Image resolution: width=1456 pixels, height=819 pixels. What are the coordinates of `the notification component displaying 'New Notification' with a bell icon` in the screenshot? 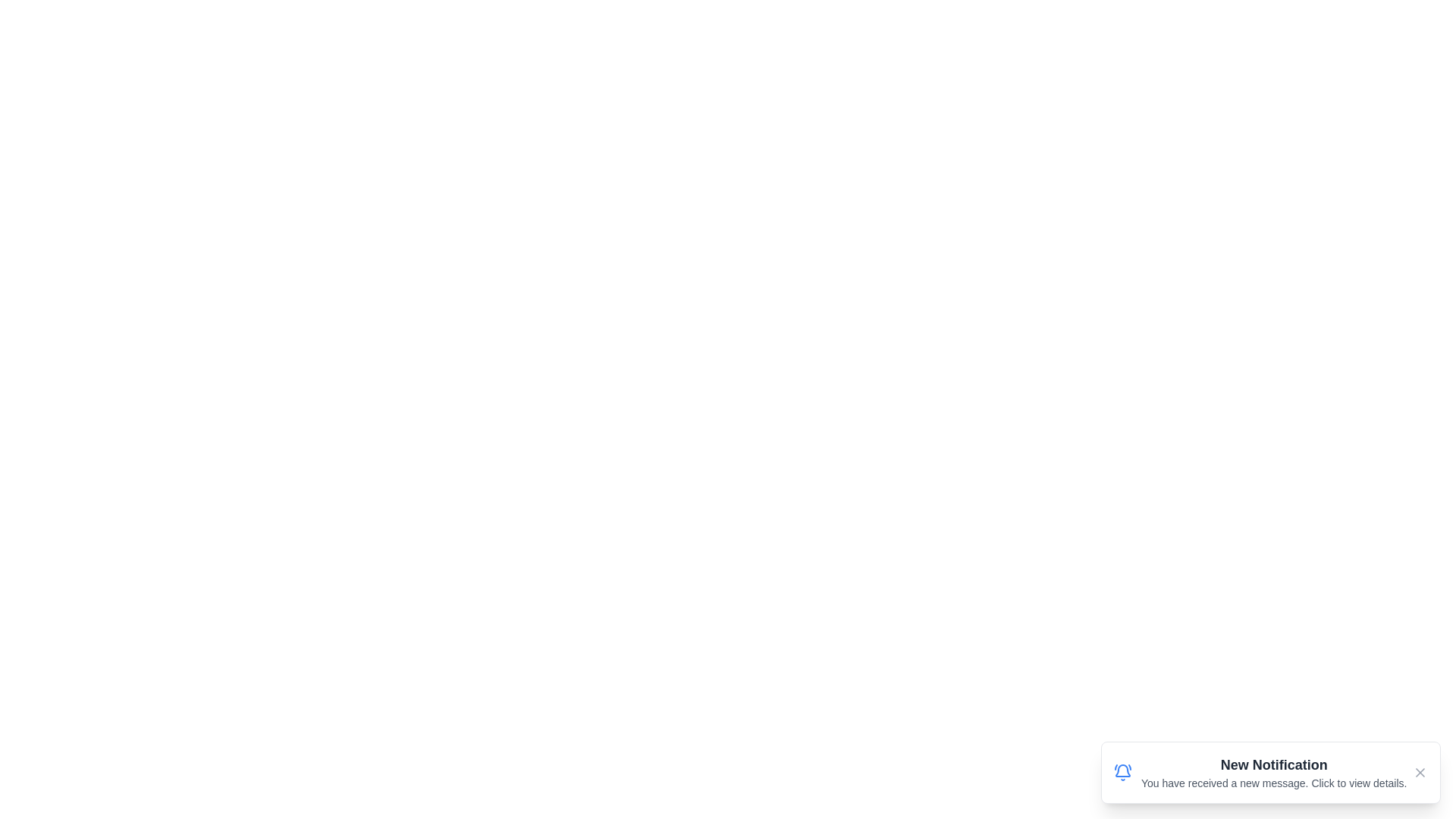 It's located at (1260, 772).